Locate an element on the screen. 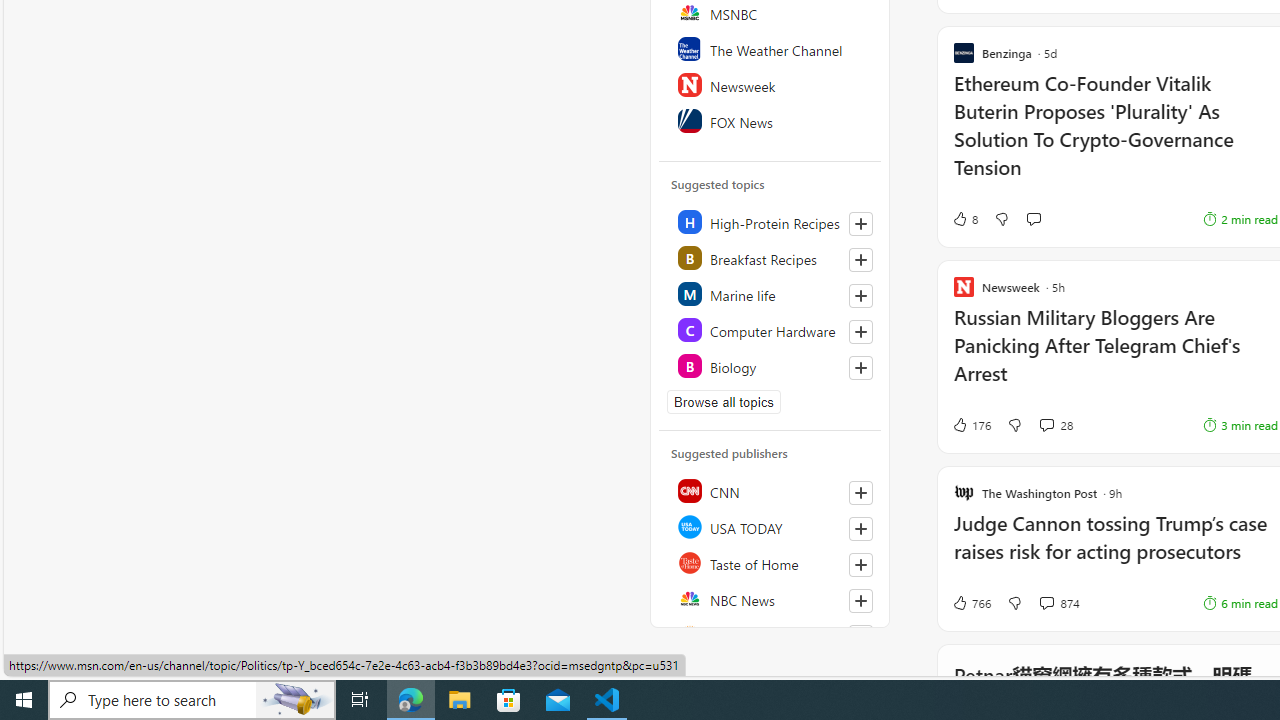  'USA TODAY' is located at coordinates (770, 526).